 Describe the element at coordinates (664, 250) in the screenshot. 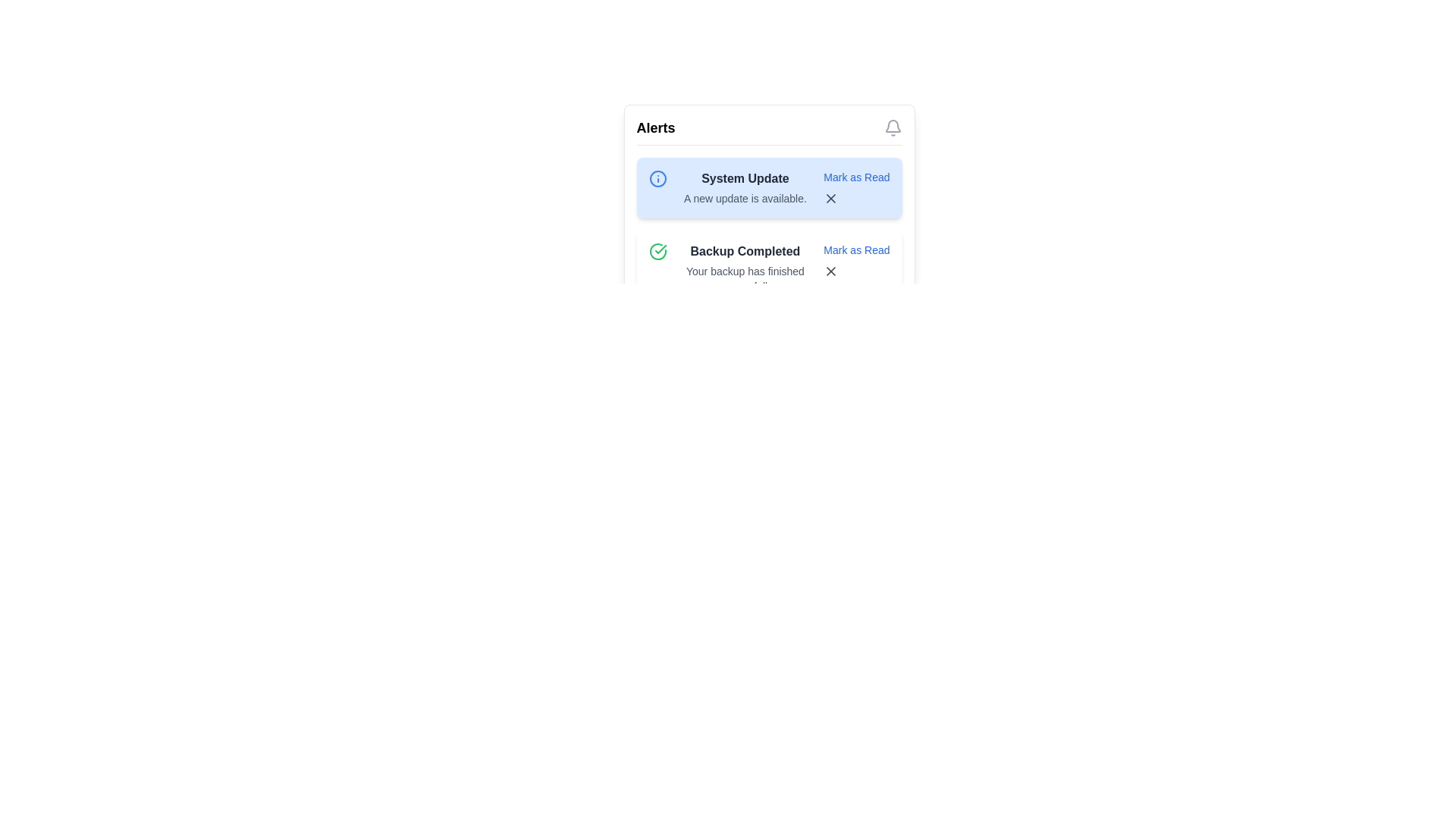

I see `the circular icon with a green checkmark inside it, located at the leftmost side of the 'Backup Completed' message card` at that location.